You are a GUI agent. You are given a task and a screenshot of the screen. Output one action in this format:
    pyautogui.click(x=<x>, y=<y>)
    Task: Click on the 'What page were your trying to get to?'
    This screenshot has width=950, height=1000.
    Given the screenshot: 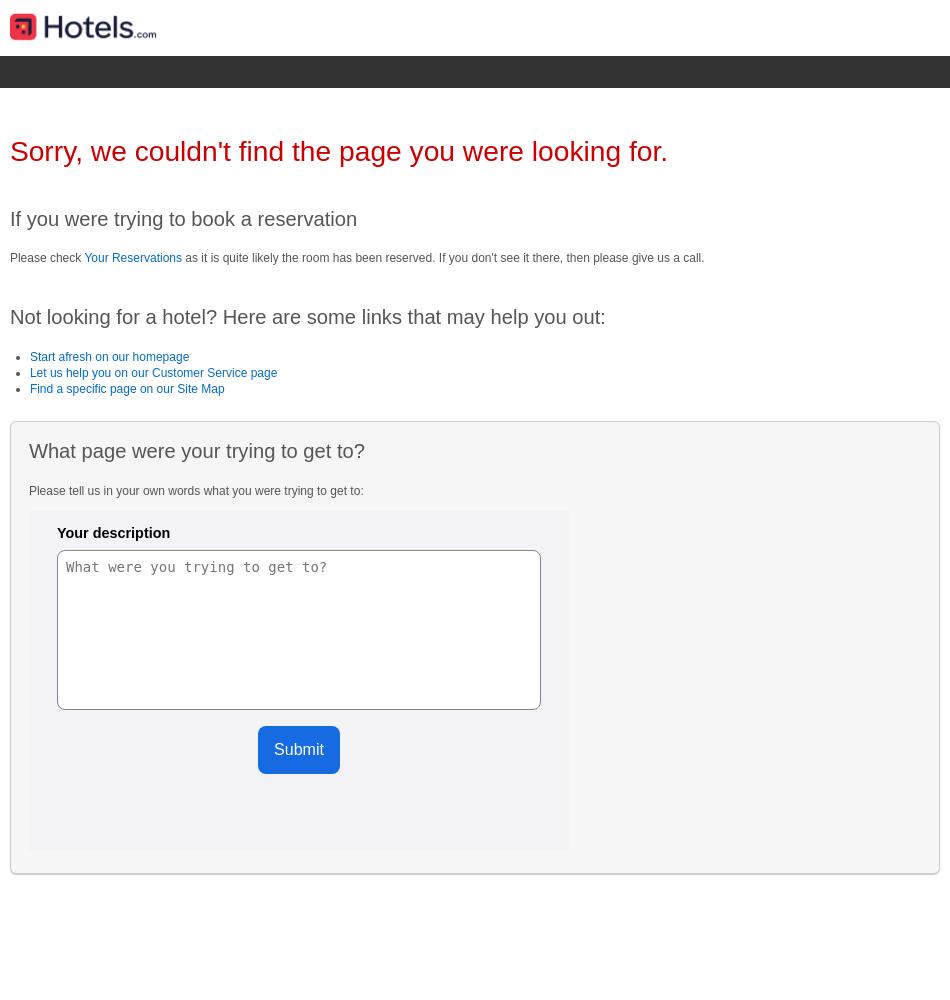 What is the action you would take?
    pyautogui.click(x=196, y=450)
    